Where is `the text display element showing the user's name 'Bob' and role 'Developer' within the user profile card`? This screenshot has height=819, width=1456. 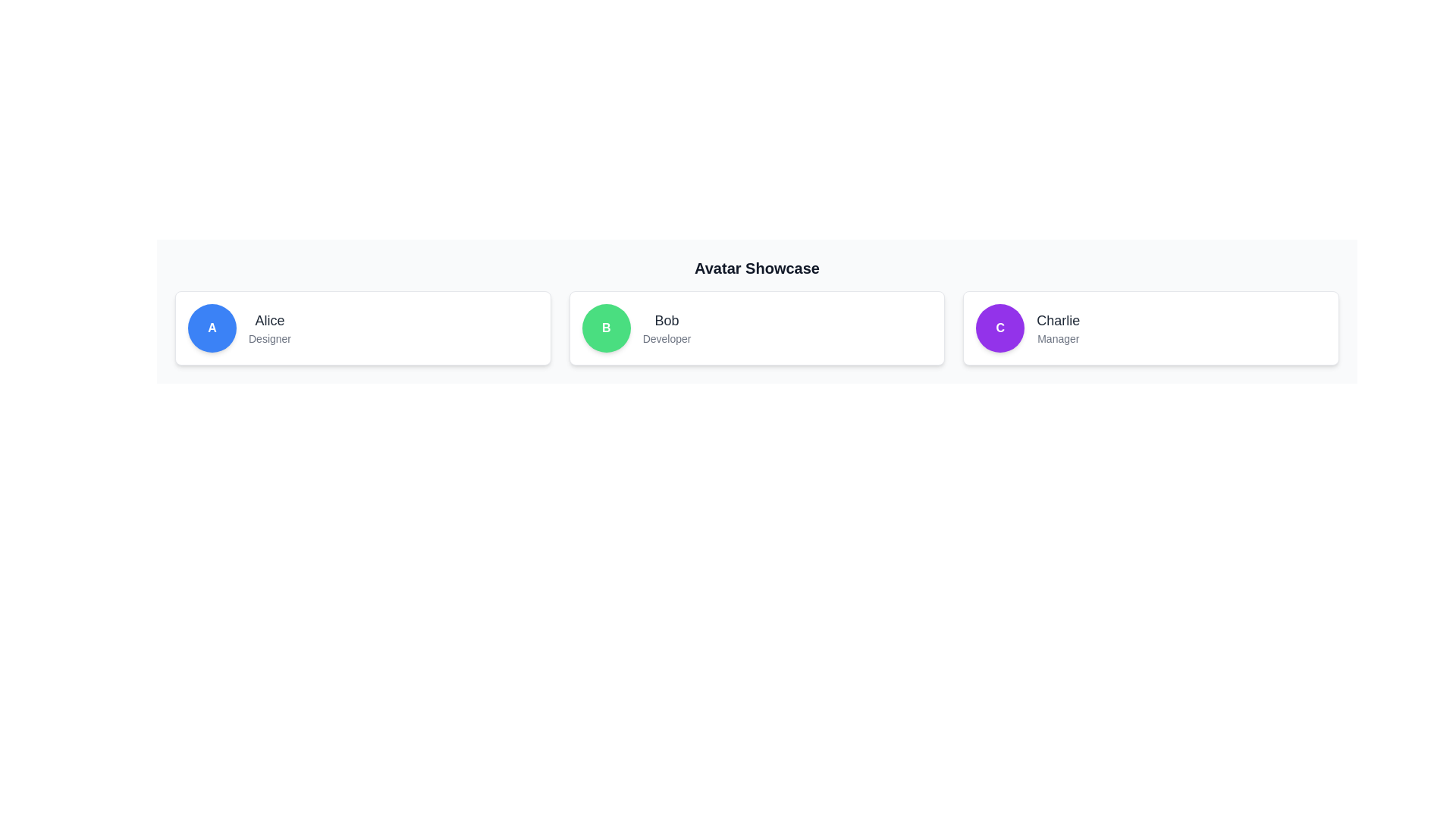
the text display element showing the user's name 'Bob' and role 'Developer' within the user profile card is located at coordinates (667, 327).